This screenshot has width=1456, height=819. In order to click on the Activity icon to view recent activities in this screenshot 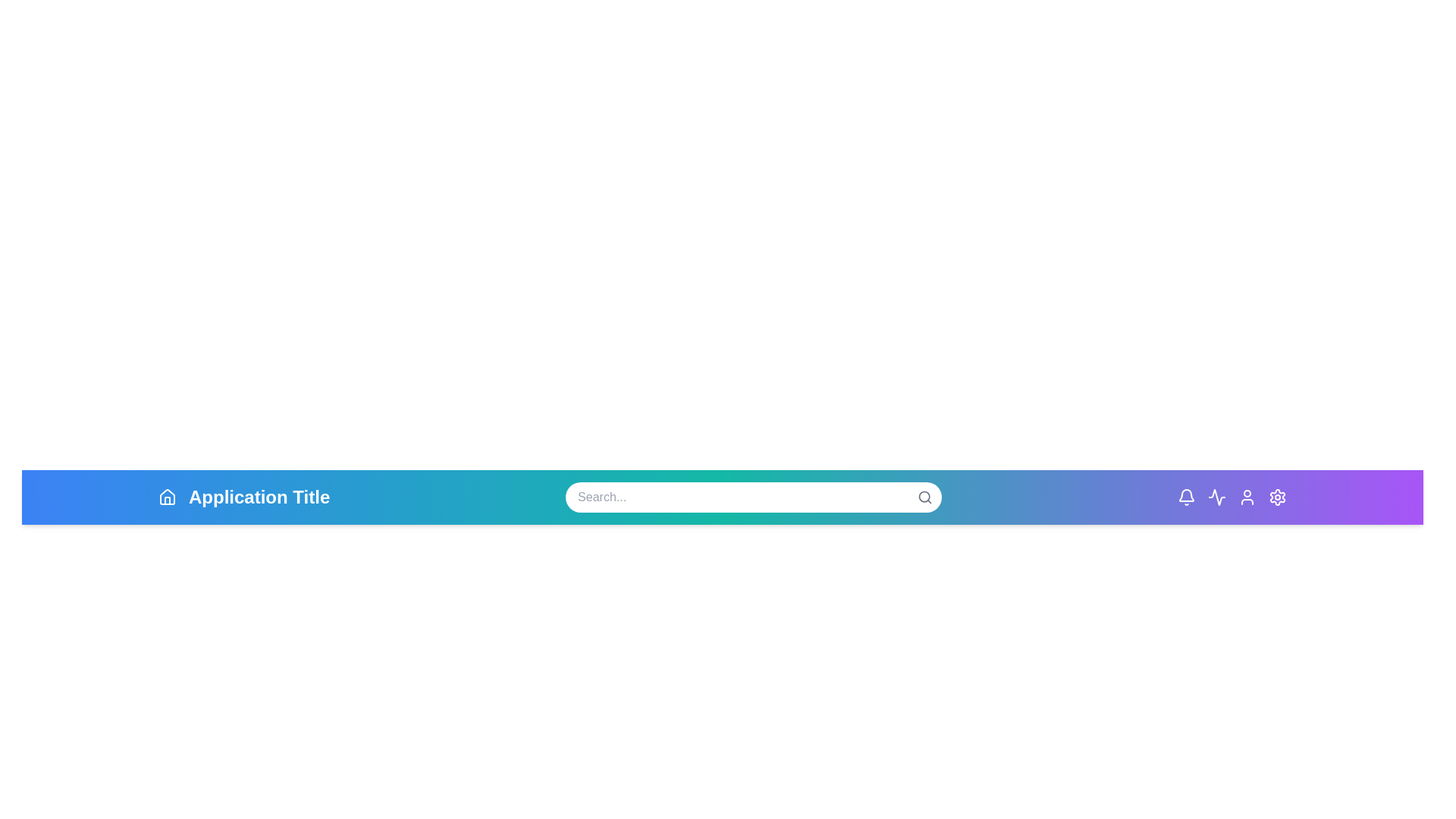, I will do `click(1216, 497)`.